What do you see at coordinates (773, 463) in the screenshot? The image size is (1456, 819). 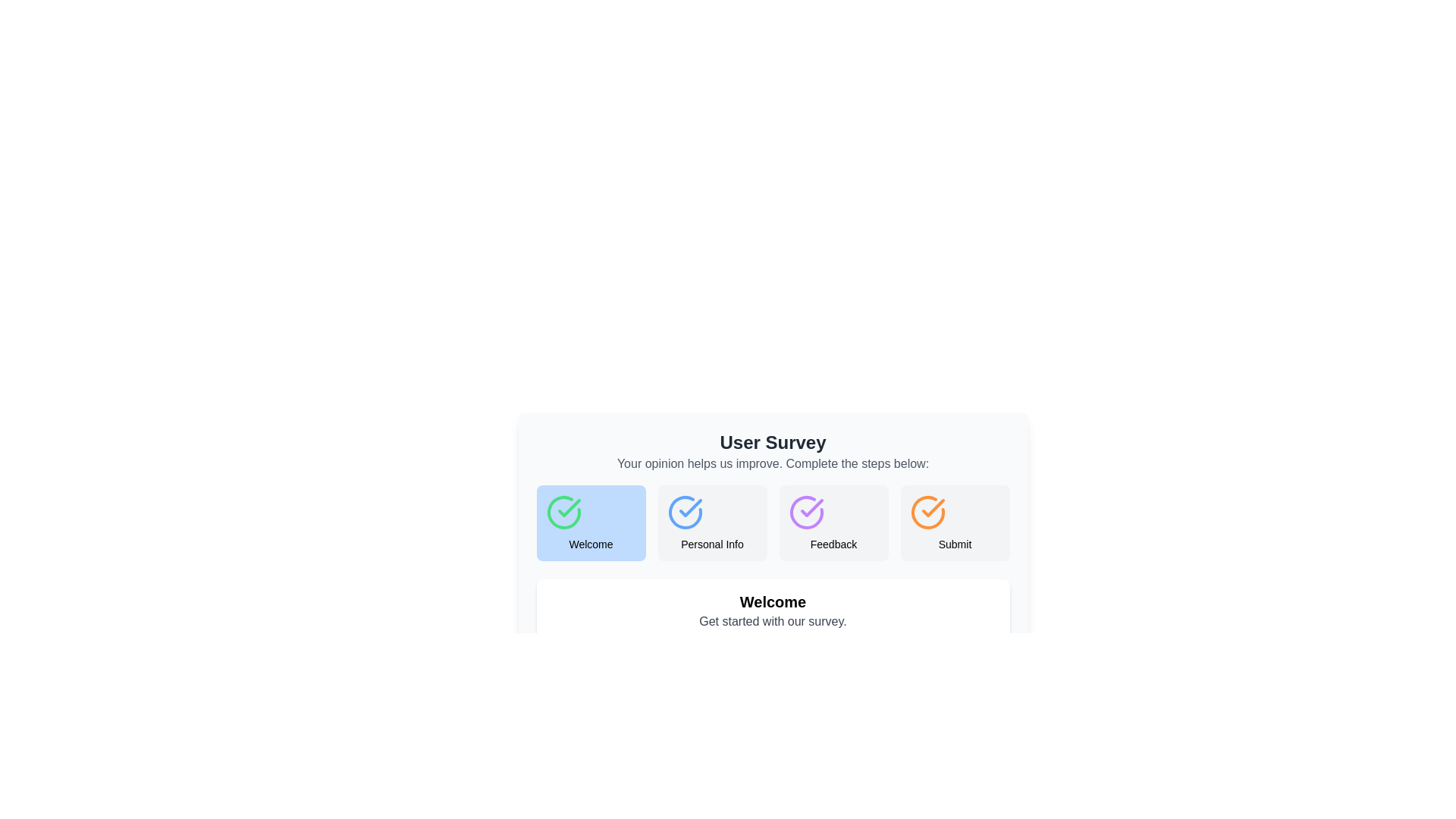 I see `static text label that displays the message: 'Your opinion helps us improve. Complete the steps below.' It is located below the 'User Survey' header and above the option buttons` at bounding box center [773, 463].